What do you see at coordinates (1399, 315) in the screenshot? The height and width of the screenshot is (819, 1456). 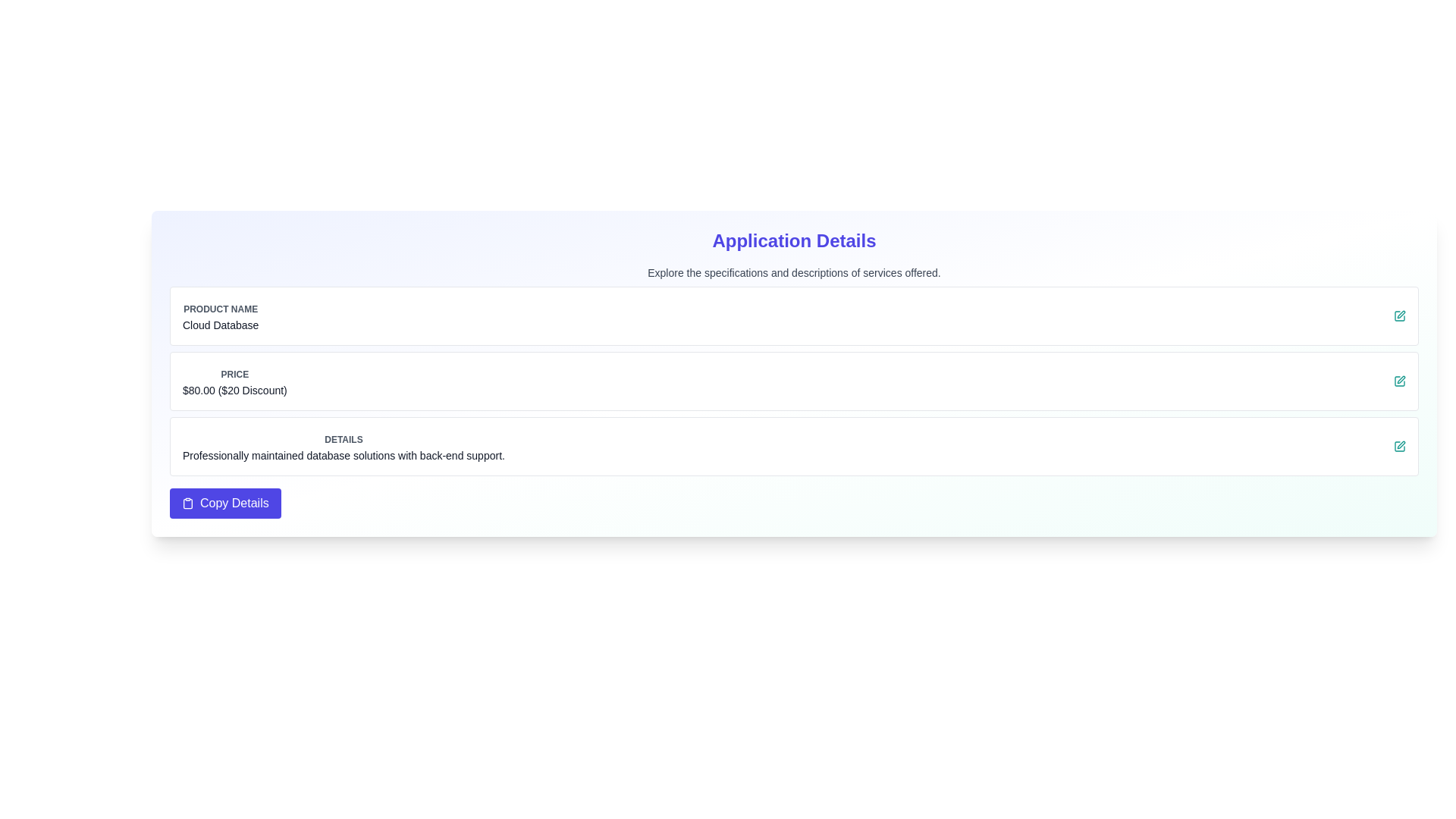 I see `the pencil icon button for editing, located on the rightmost side of the 'Product Name' section` at bounding box center [1399, 315].